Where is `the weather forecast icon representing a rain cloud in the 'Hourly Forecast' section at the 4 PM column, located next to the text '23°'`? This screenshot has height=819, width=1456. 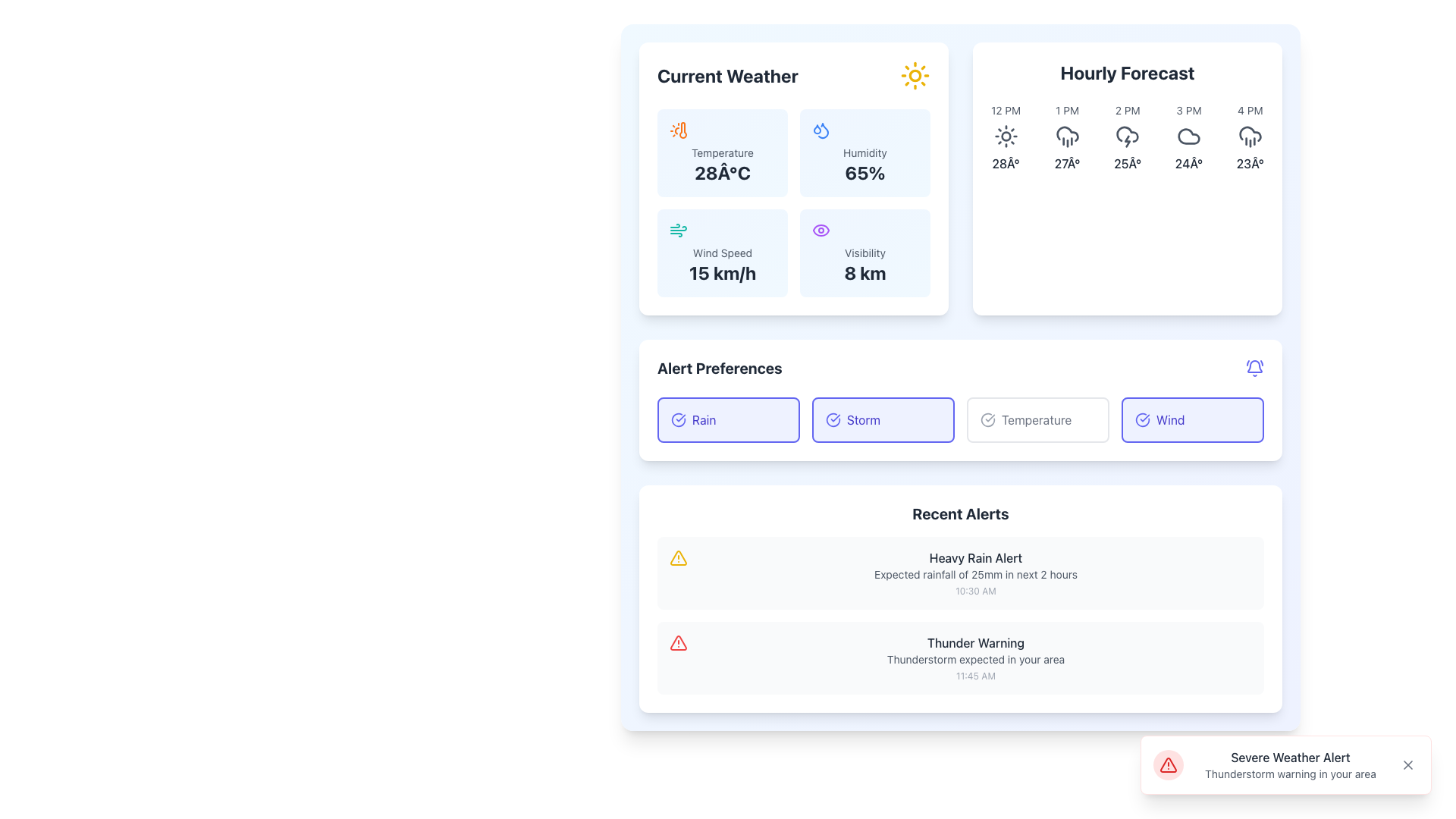 the weather forecast icon representing a rain cloud in the 'Hourly Forecast' section at the 4 PM column, located next to the text '23°' is located at coordinates (1250, 133).